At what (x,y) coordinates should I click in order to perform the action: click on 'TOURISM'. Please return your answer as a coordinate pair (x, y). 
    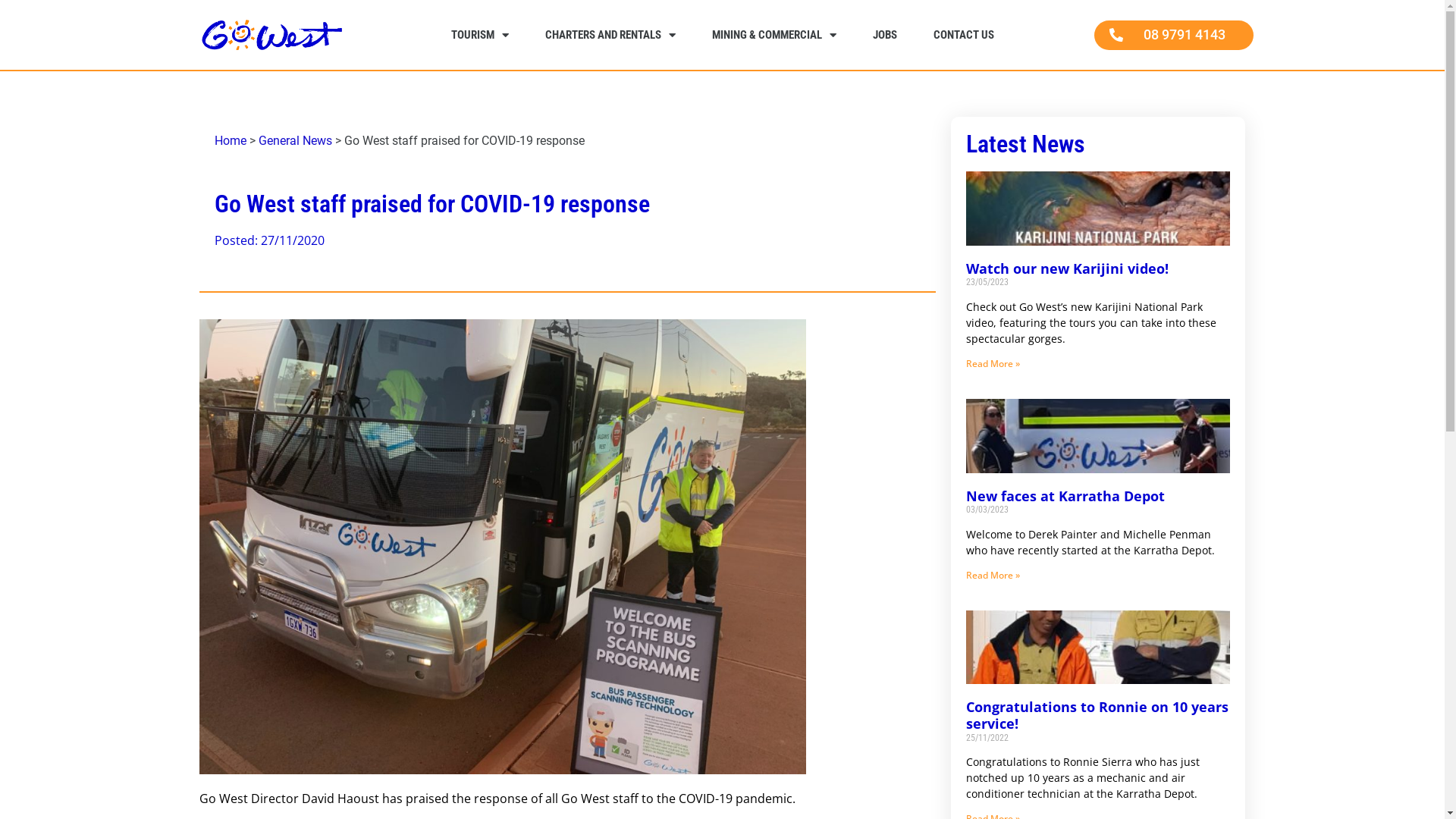
    Looking at the image, I should click on (479, 34).